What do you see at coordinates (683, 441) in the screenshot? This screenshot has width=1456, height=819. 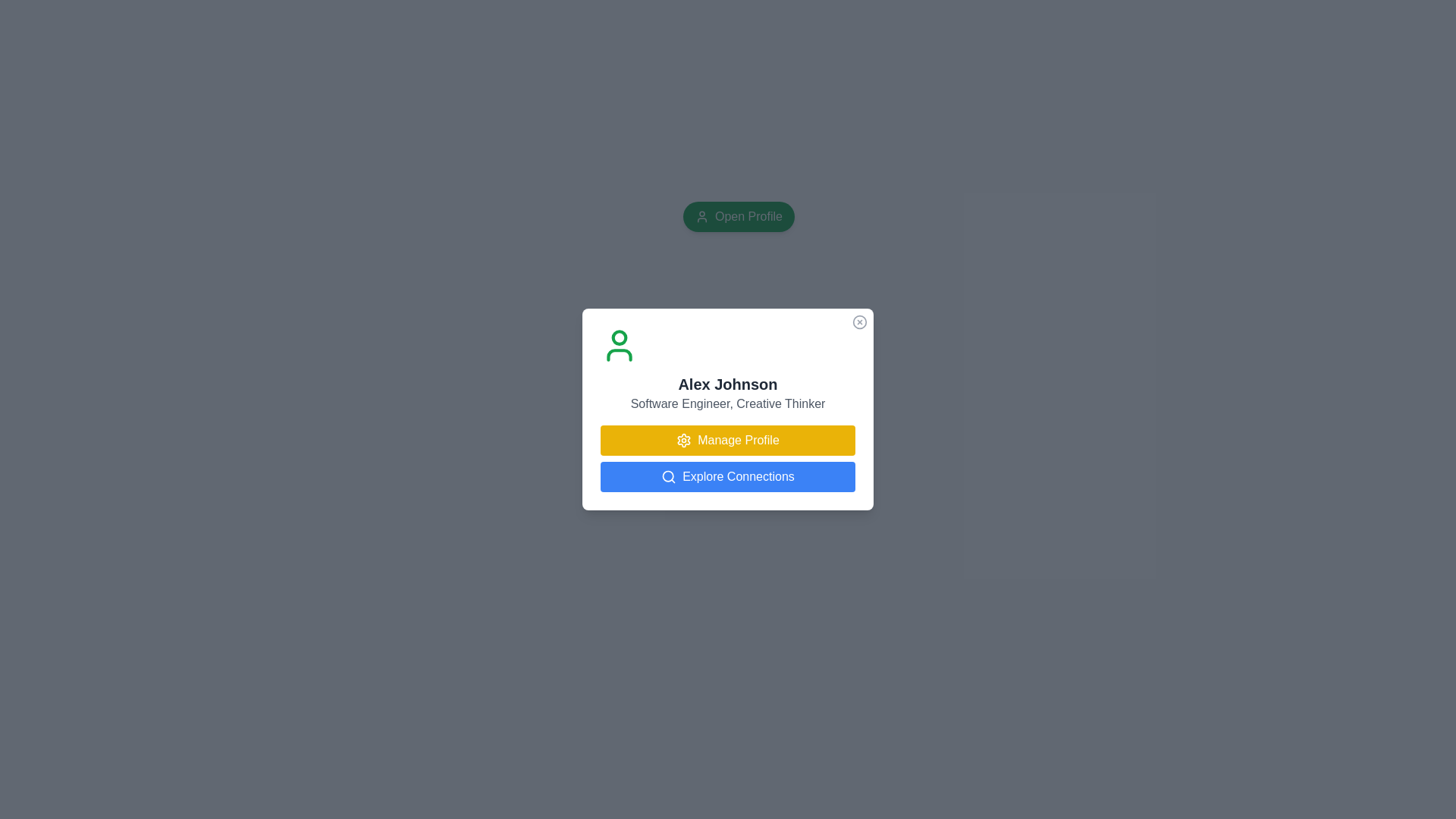 I see `the gear-shaped settings icon with a yellow background located within the 'Manage Profile' button on the user profile card` at bounding box center [683, 441].